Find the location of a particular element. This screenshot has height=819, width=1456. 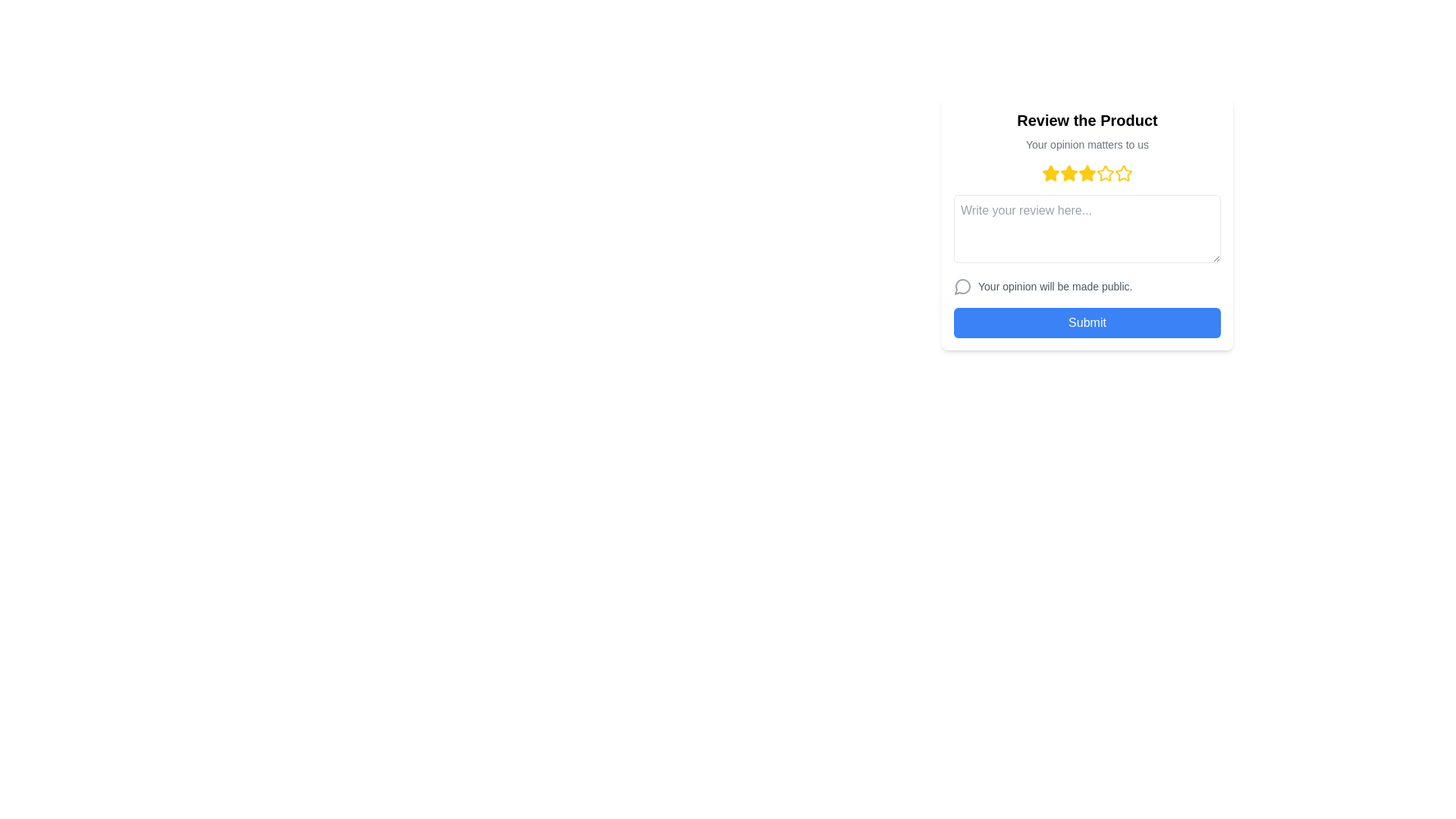

the fourth star icon in the rating system is located at coordinates (1105, 171).